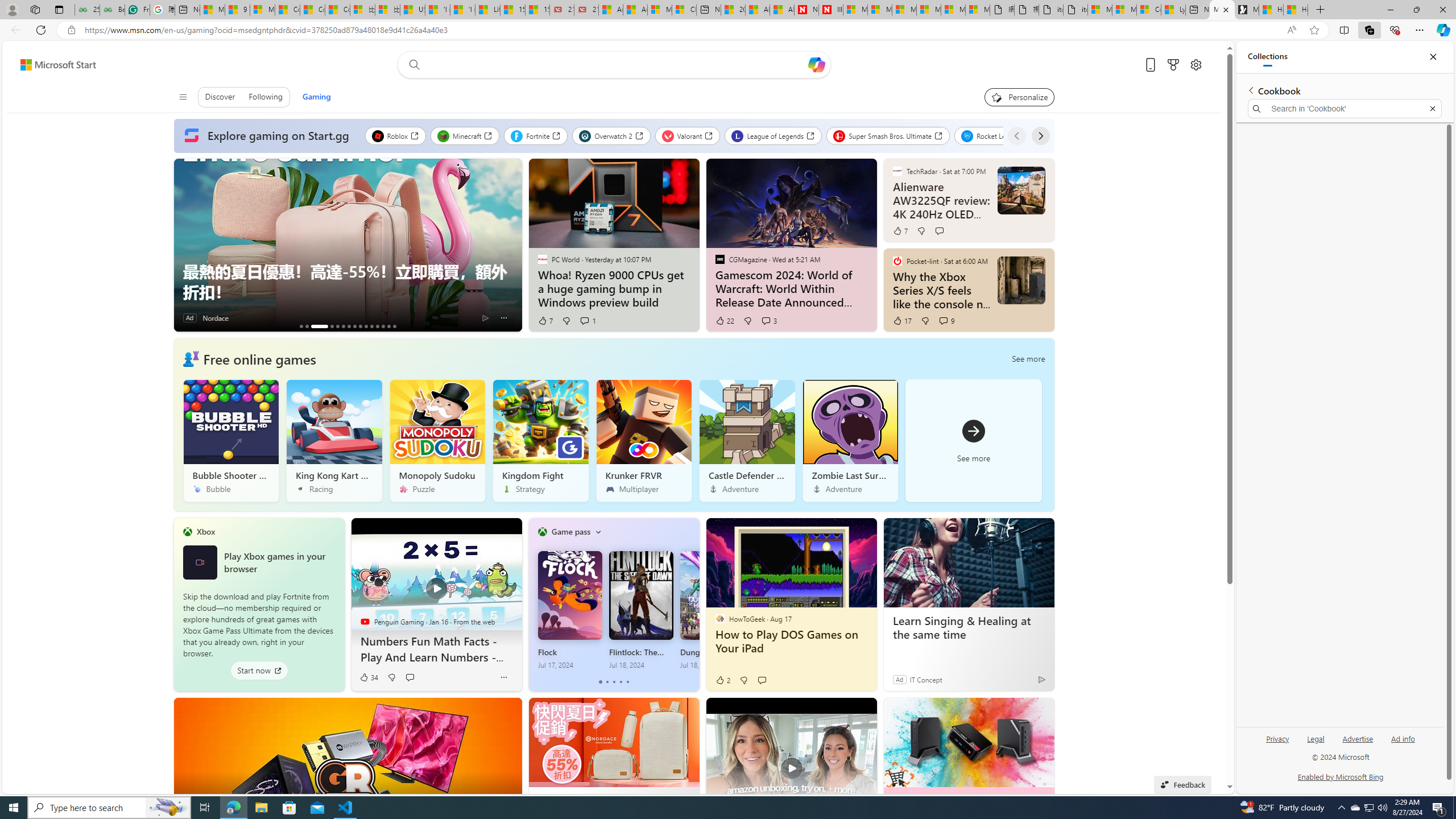 The image size is (1456, 819). I want to click on 'tab-2', so click(614, 681).